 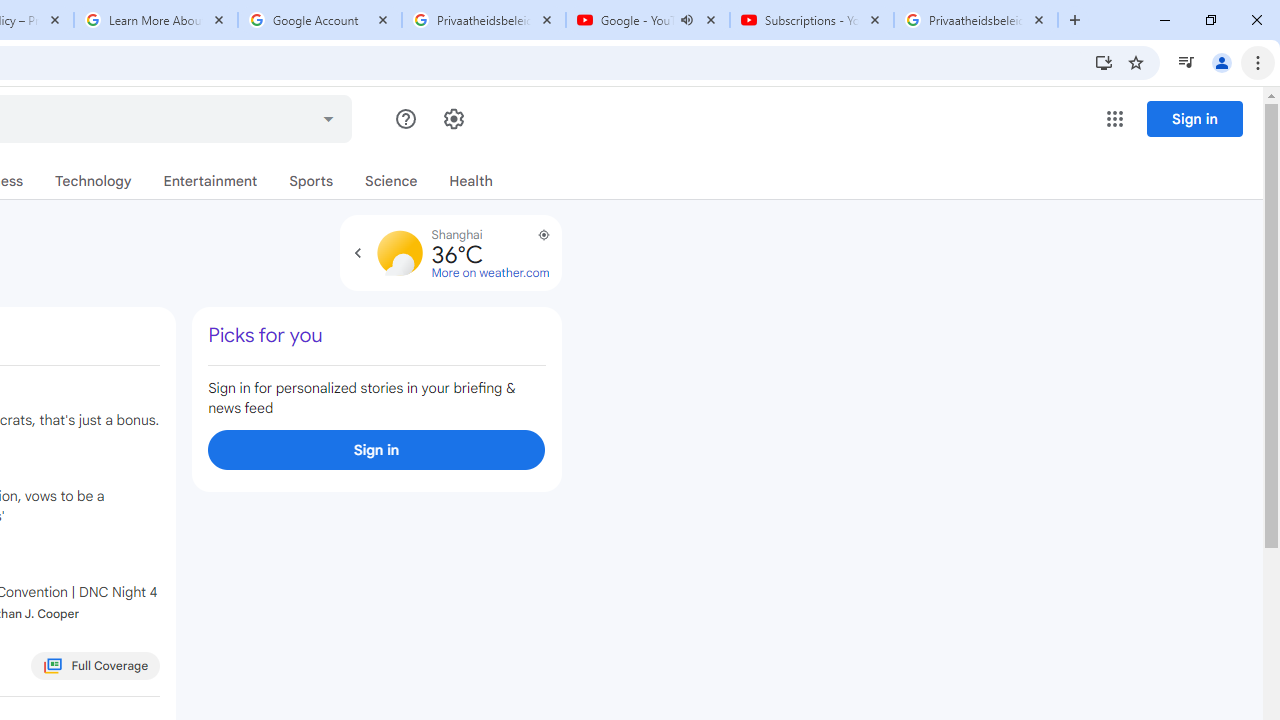 I want to click on 'Google - YouTube - Audio playing', so click(x=647, y=20).